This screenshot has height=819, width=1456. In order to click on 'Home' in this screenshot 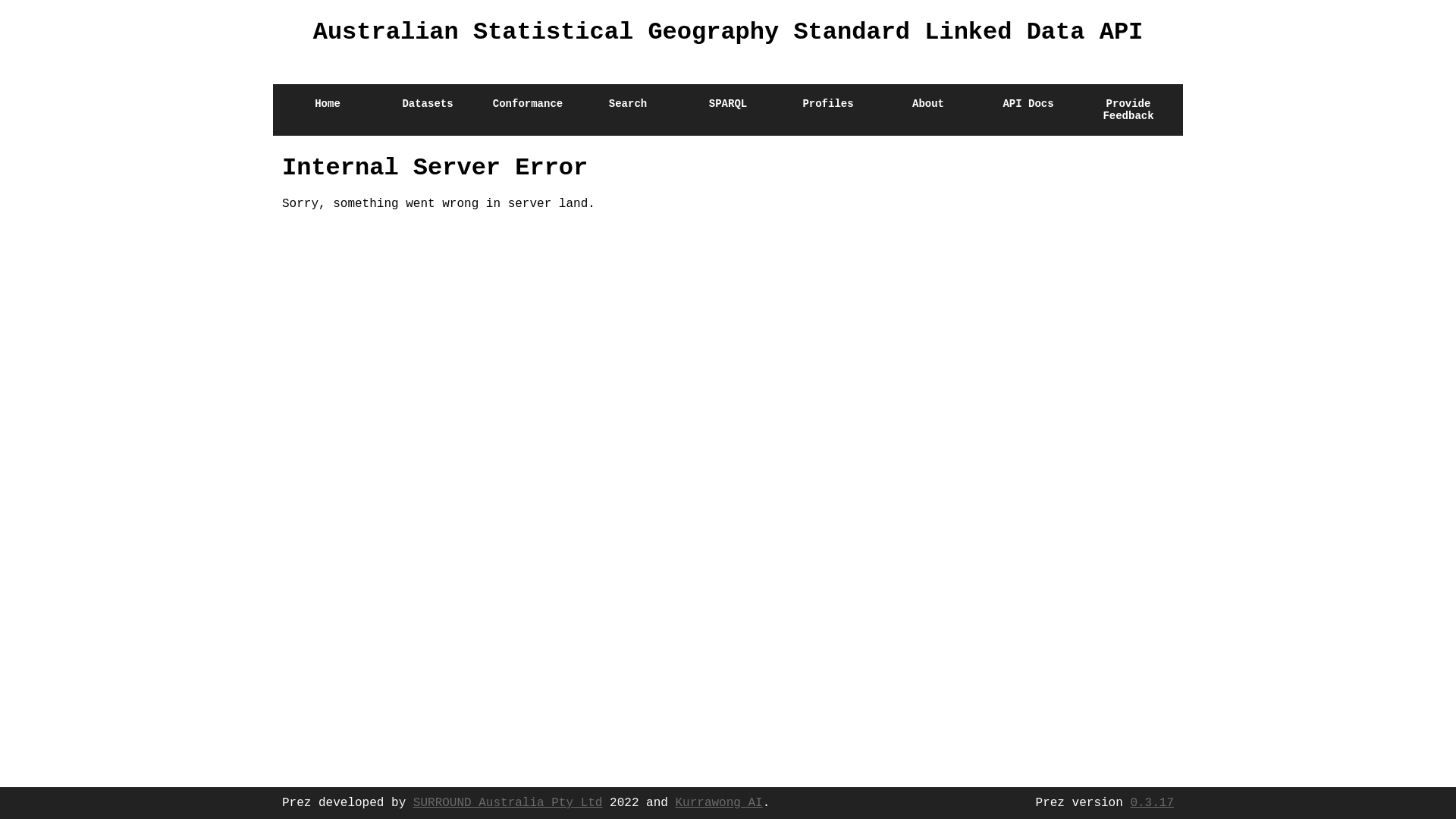, I will do `click(327, 109)`.